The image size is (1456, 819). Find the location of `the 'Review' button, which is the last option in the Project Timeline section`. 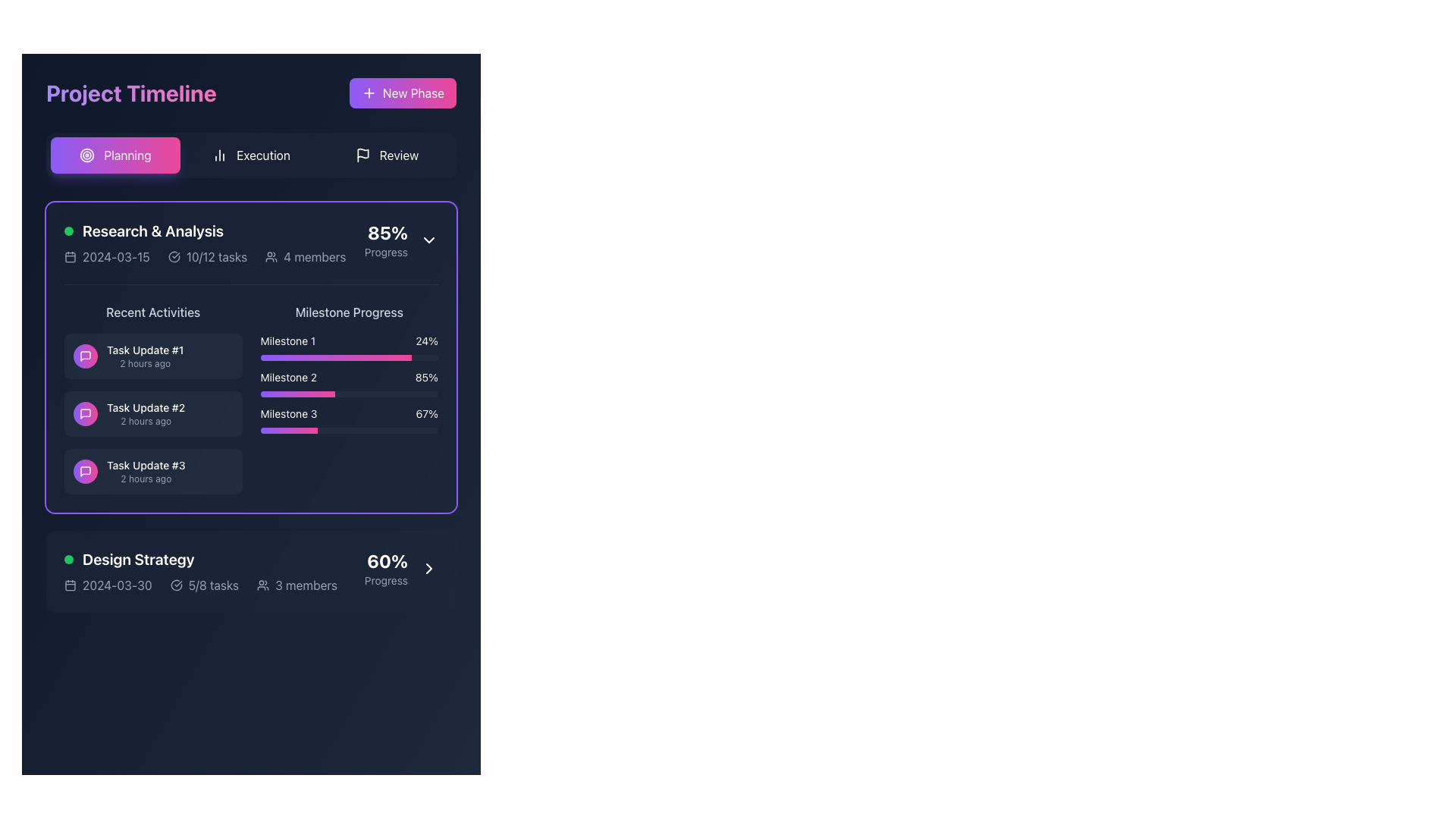

the 'Review' button, which is the last option in the Project Timeline section is located at coordinates (387, 155).